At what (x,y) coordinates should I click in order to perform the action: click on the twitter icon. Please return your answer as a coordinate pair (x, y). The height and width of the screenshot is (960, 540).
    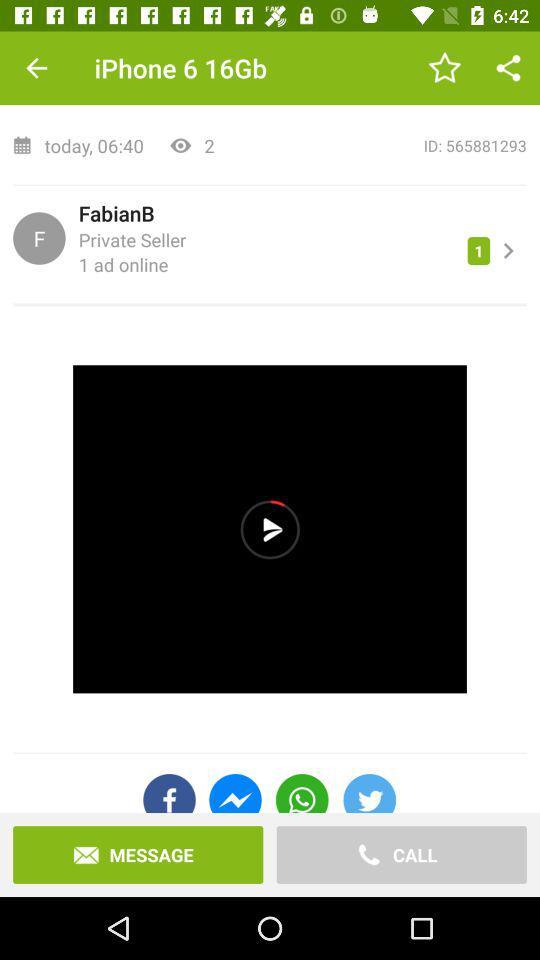
    Looking at the image, I should click on (368, 793).